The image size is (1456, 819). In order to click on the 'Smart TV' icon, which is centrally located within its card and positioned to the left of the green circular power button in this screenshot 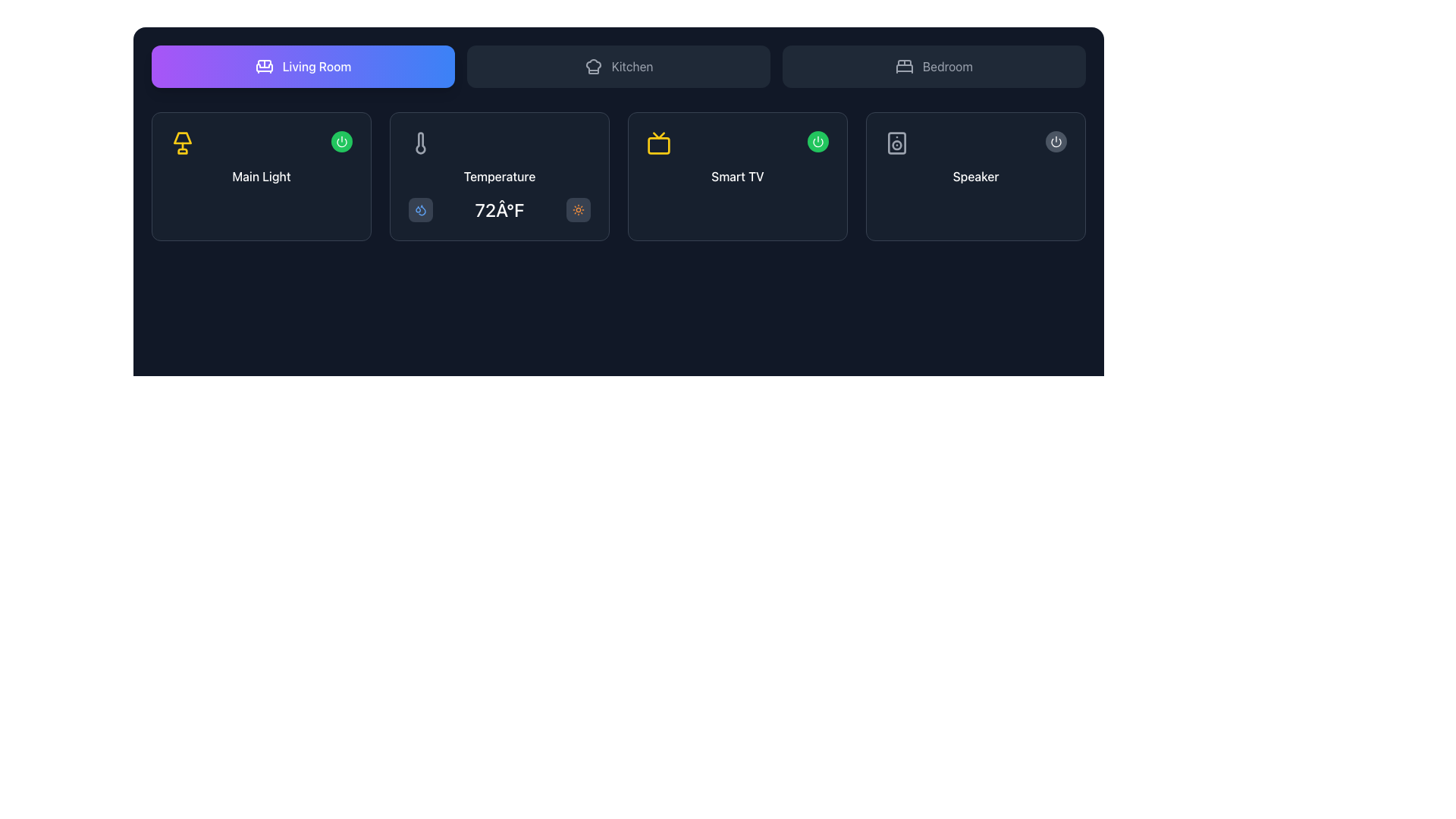, I will do `click(658, 143)`.